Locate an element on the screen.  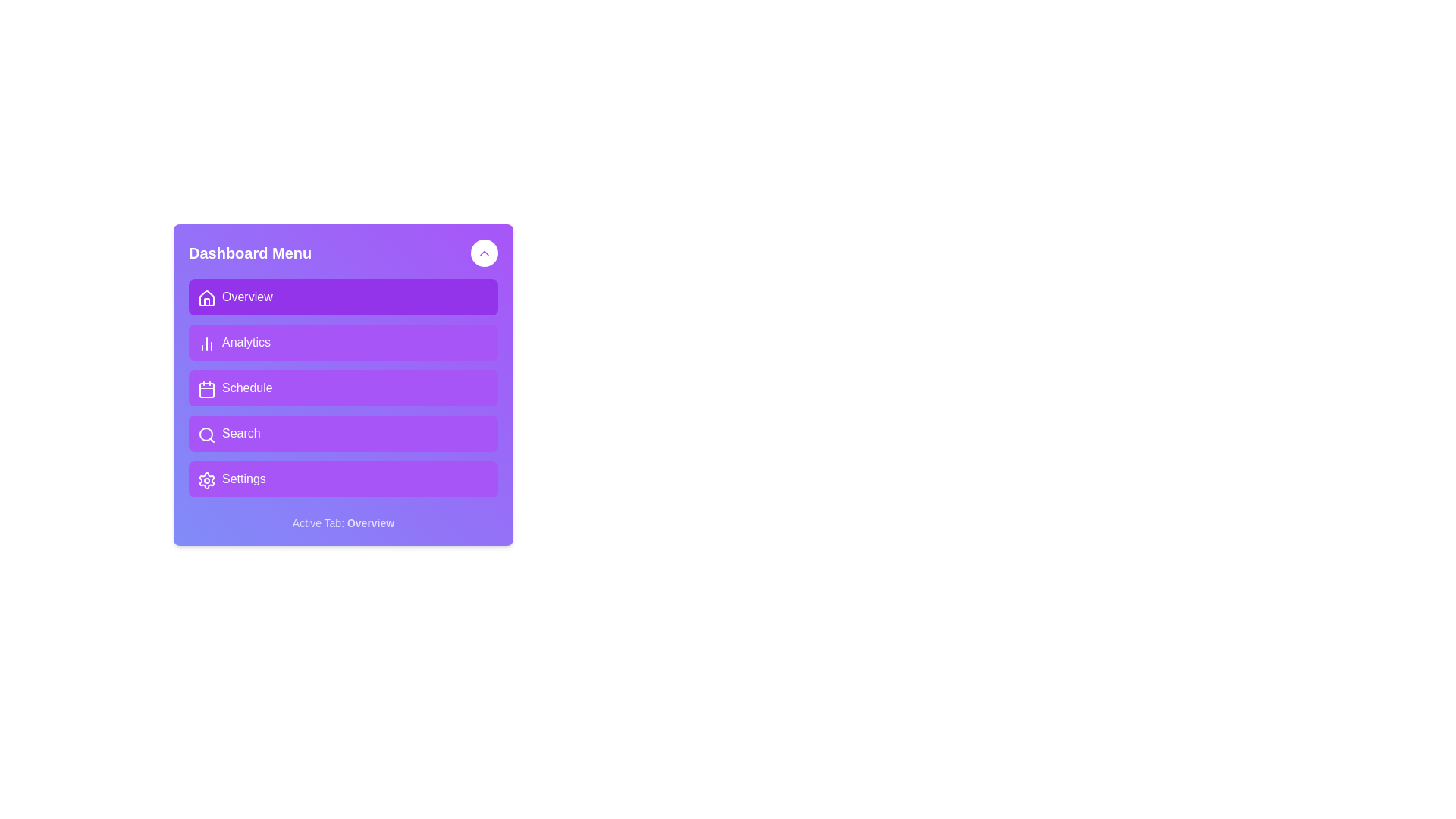
the central part of the cog icon in the settings button located in the last row of the menu is located at coordinates (206, 480).